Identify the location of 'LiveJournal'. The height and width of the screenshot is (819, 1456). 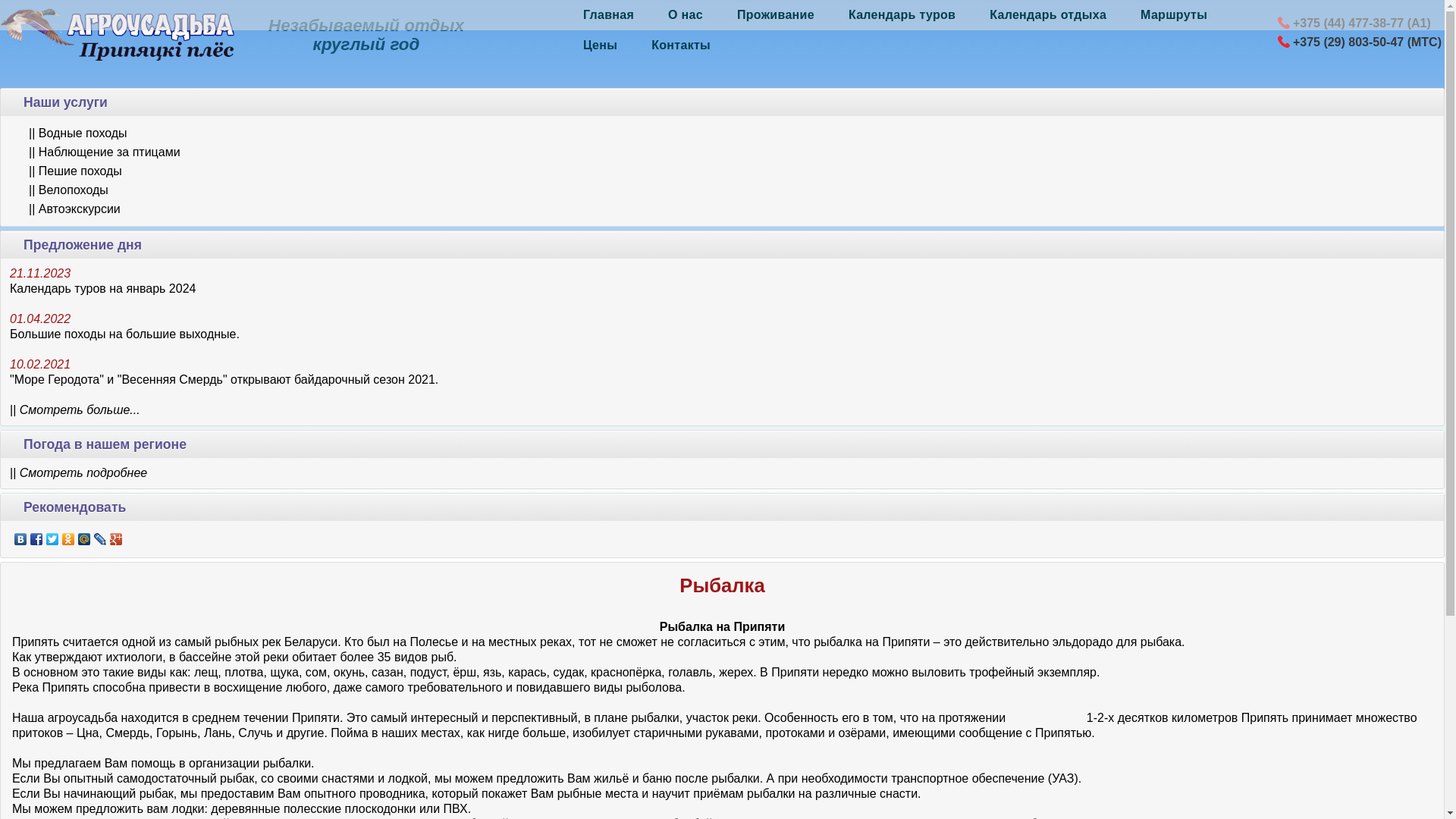
(99, 538).